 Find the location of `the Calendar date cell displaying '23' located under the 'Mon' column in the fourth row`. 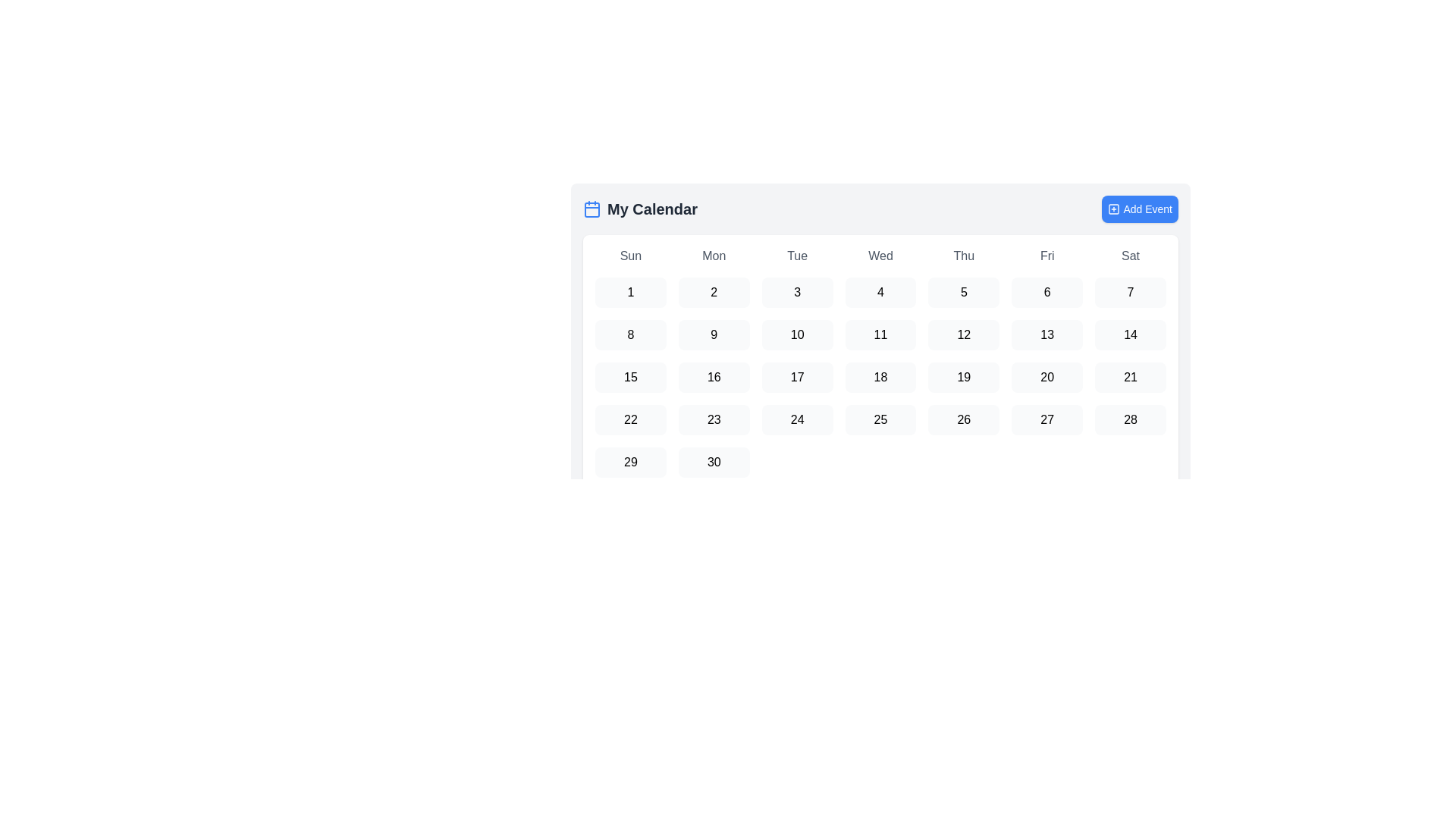

the Calendar date cell displaying '23' located under the 'Mon' column in the fourth row is located at coordinates (713, 420).